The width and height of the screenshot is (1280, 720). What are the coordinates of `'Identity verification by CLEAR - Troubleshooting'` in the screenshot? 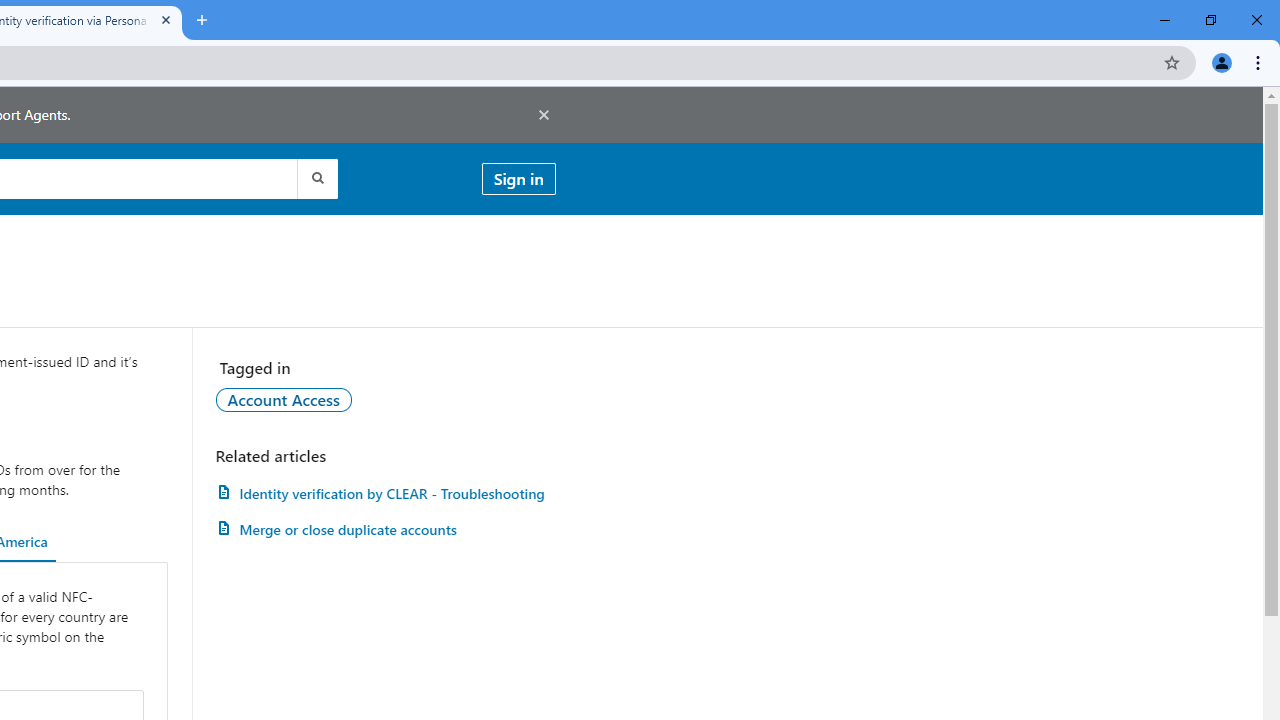 It's located at (385, 493).